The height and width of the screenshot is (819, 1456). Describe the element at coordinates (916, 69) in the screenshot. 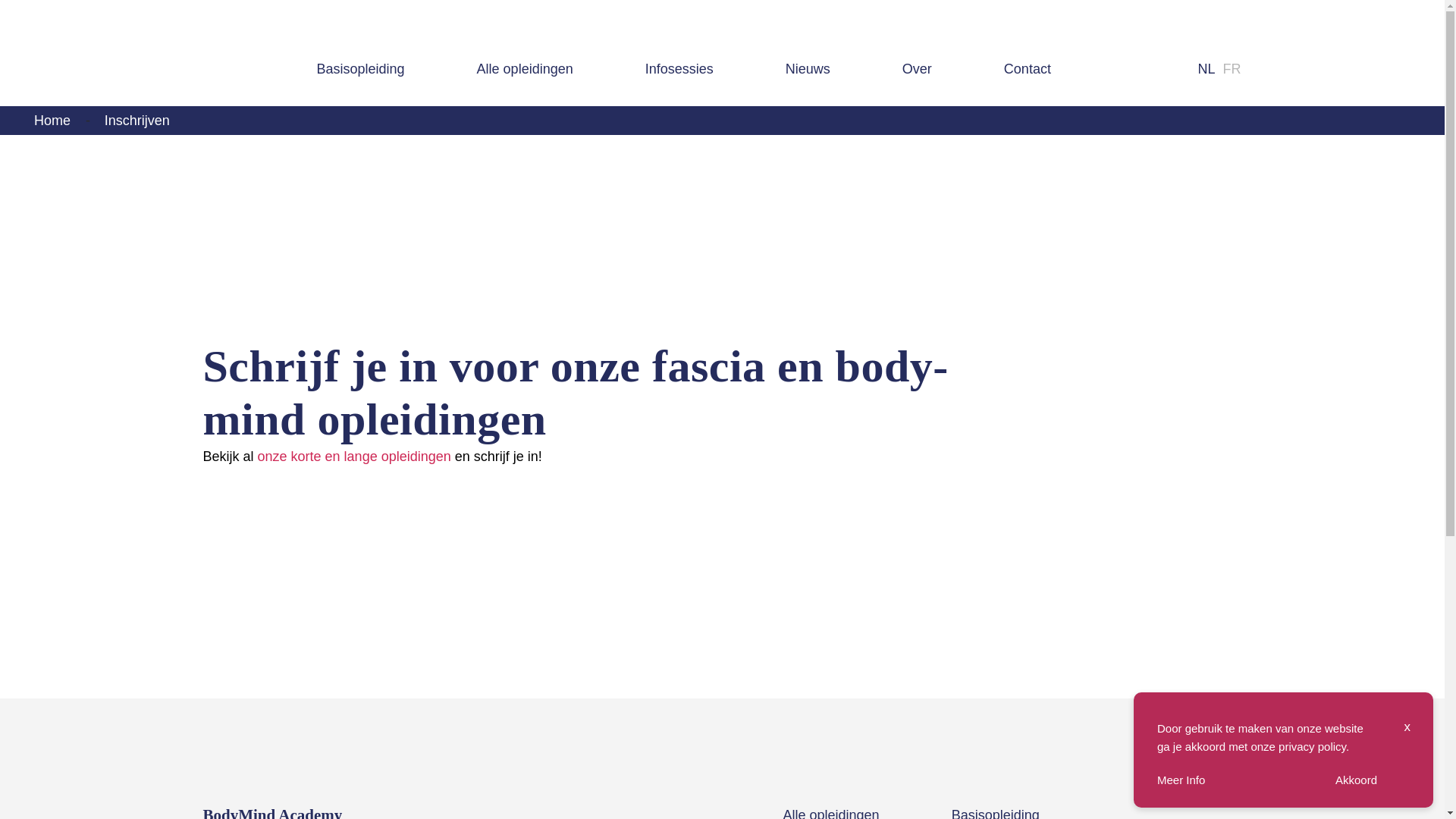

I see `'Over'` at that location.